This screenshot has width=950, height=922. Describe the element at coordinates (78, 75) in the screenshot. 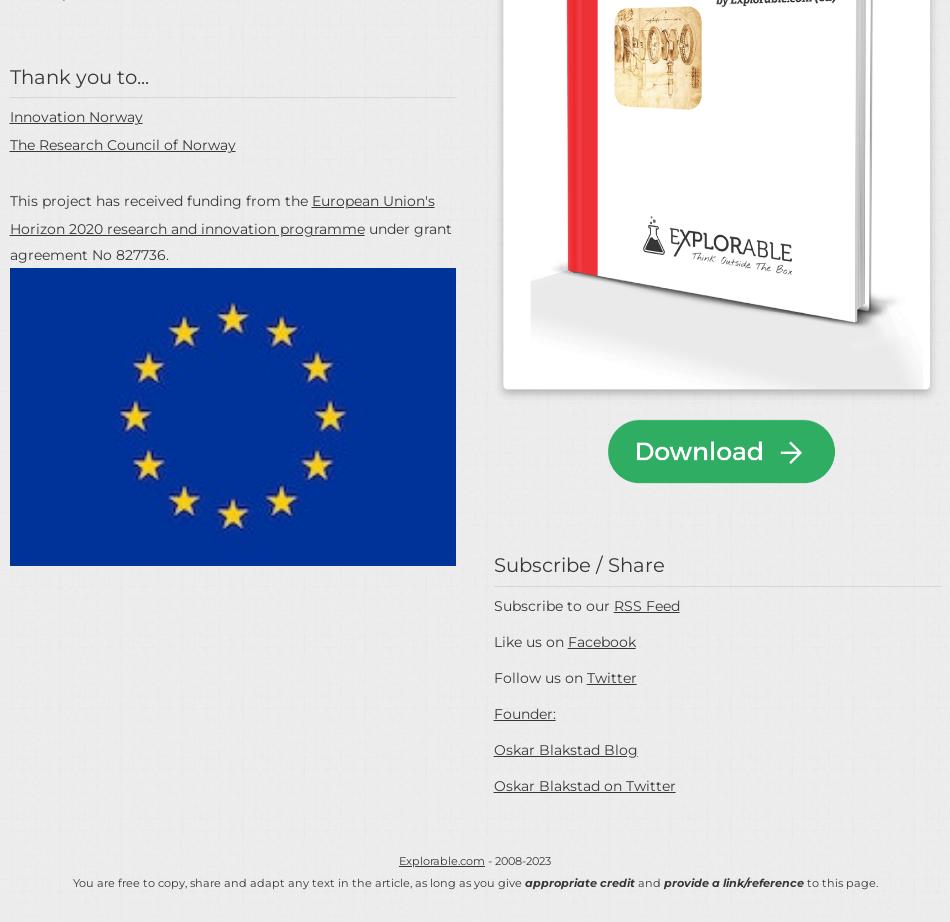

I see `'Thank you to...'` at that location.